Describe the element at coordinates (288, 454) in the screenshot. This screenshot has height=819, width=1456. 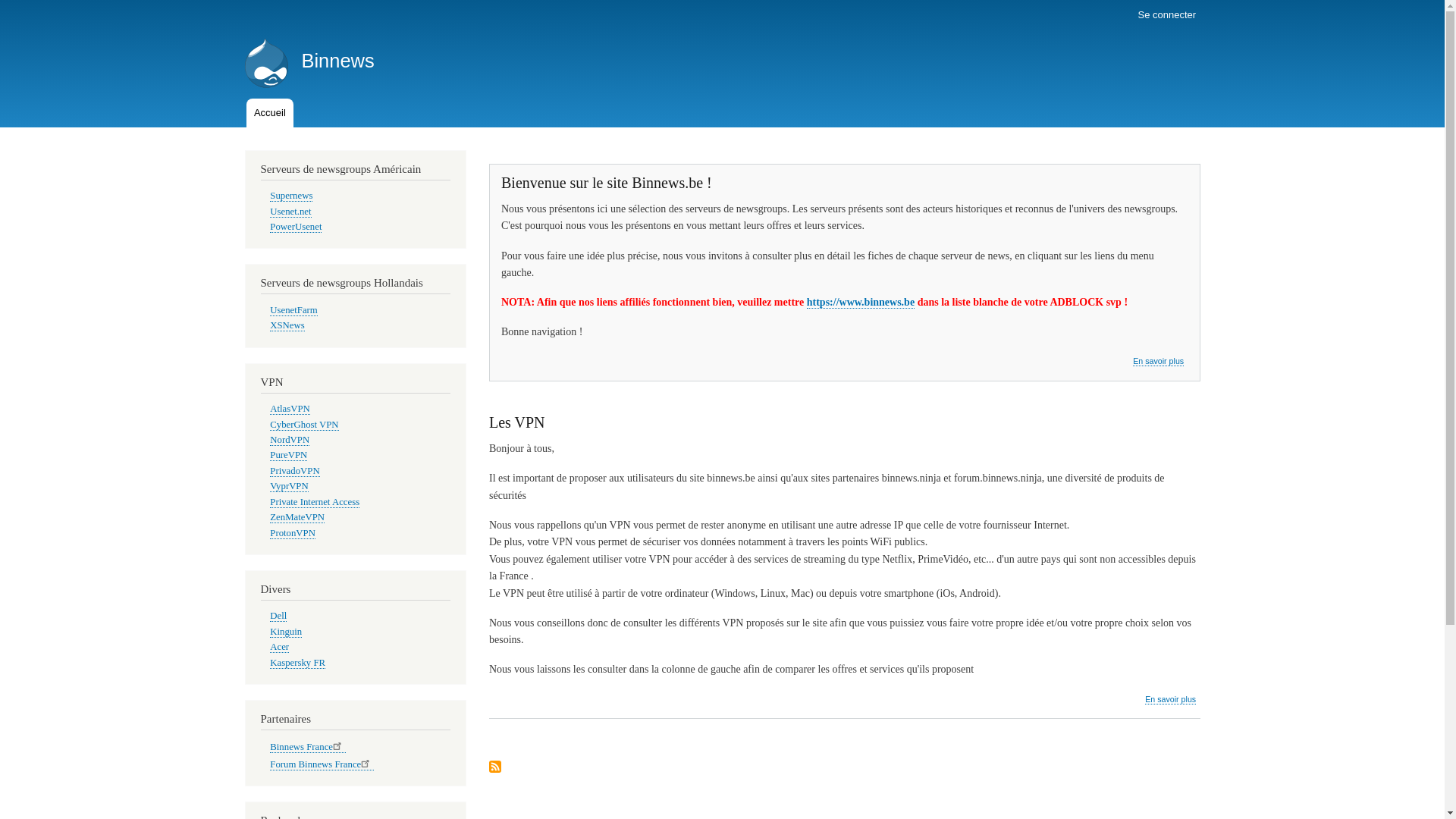
I see `'PureVPN'` at that location.